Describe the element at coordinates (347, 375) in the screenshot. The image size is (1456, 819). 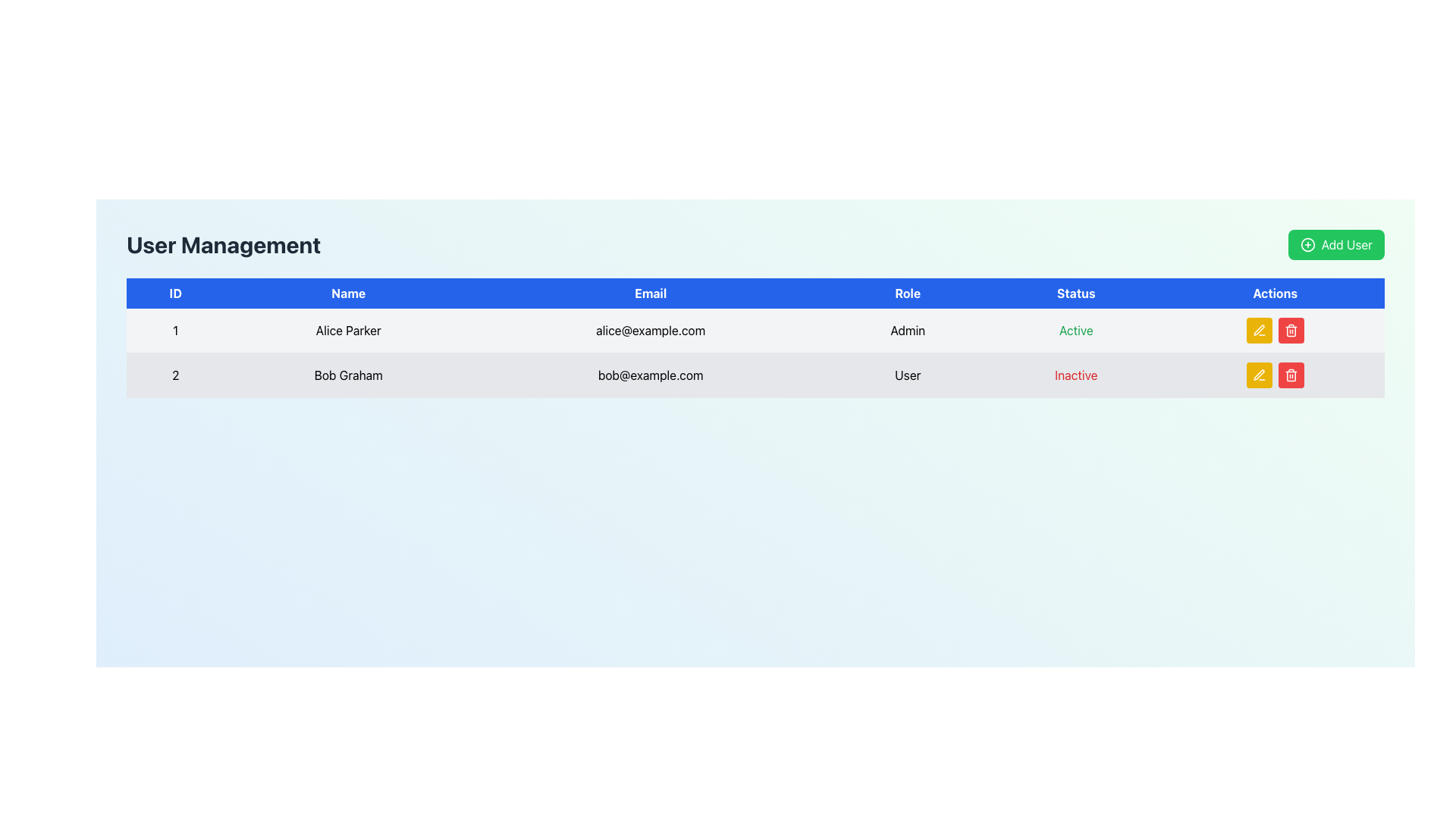
I see `non-interactive text label displaying the user's name located in the second row of a table under the 'Name' column, positioned between the 'ID' and 'Email' columns` at that location.